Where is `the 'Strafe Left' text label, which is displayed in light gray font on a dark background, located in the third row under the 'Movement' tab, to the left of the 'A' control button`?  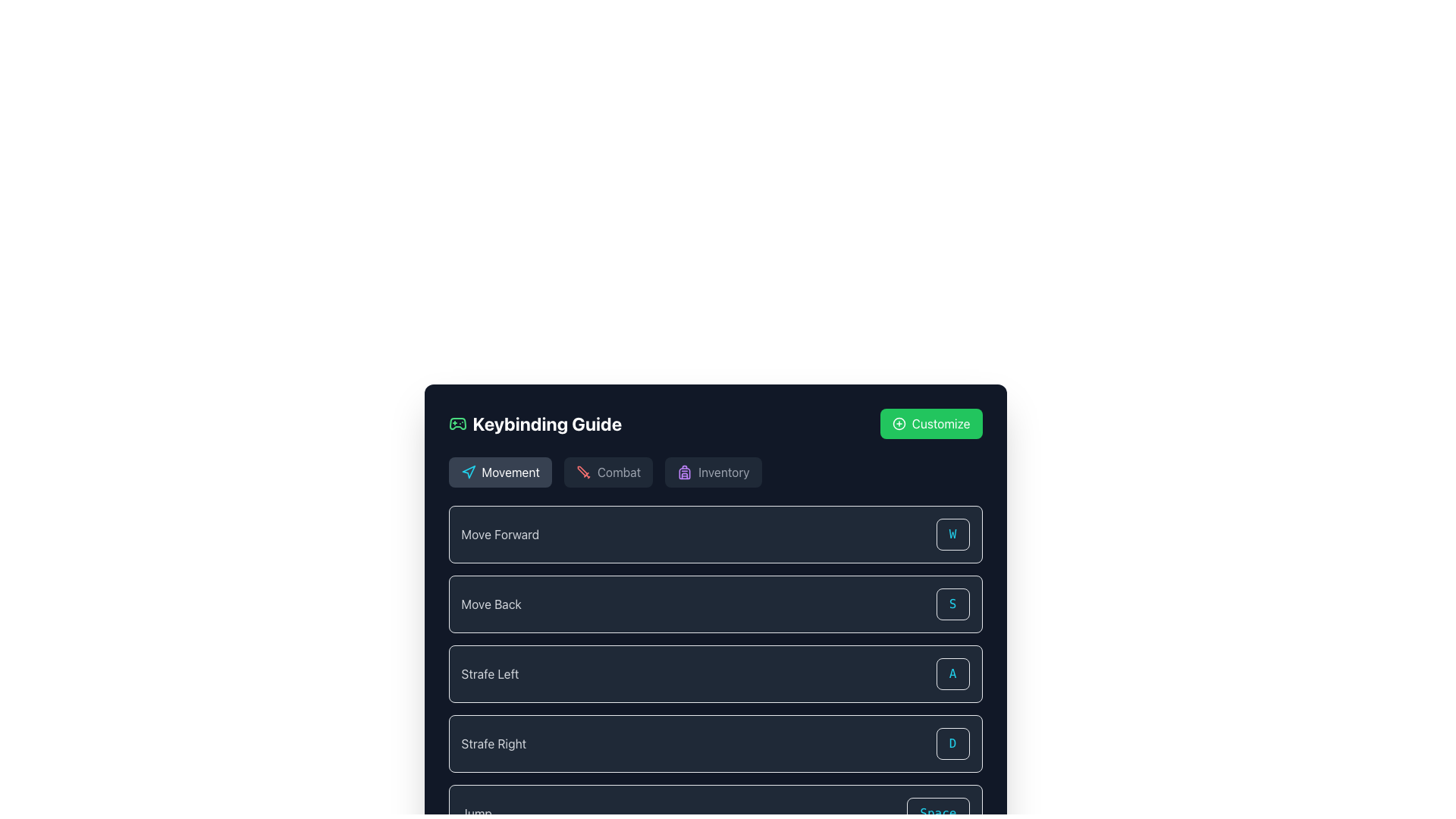 the 'Strafe Left' text label, which is displayed in light gray font on a dark background, located in the third row under the 'Movement' tab, to the left of the 'A' control button is located at coordinates (490, 673).